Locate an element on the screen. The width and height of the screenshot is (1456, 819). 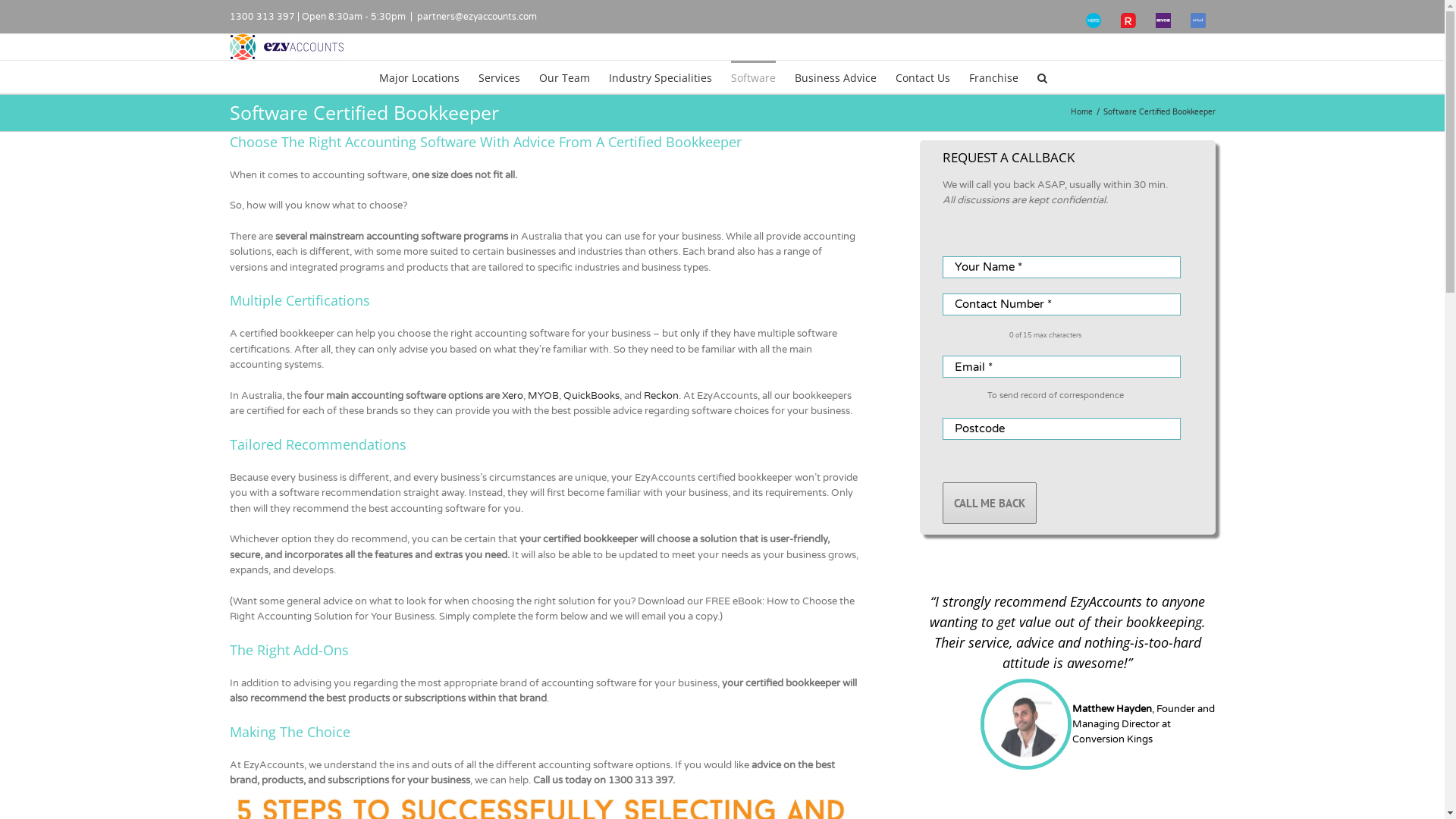
'Reckon' is located at coordinates (643, 394).